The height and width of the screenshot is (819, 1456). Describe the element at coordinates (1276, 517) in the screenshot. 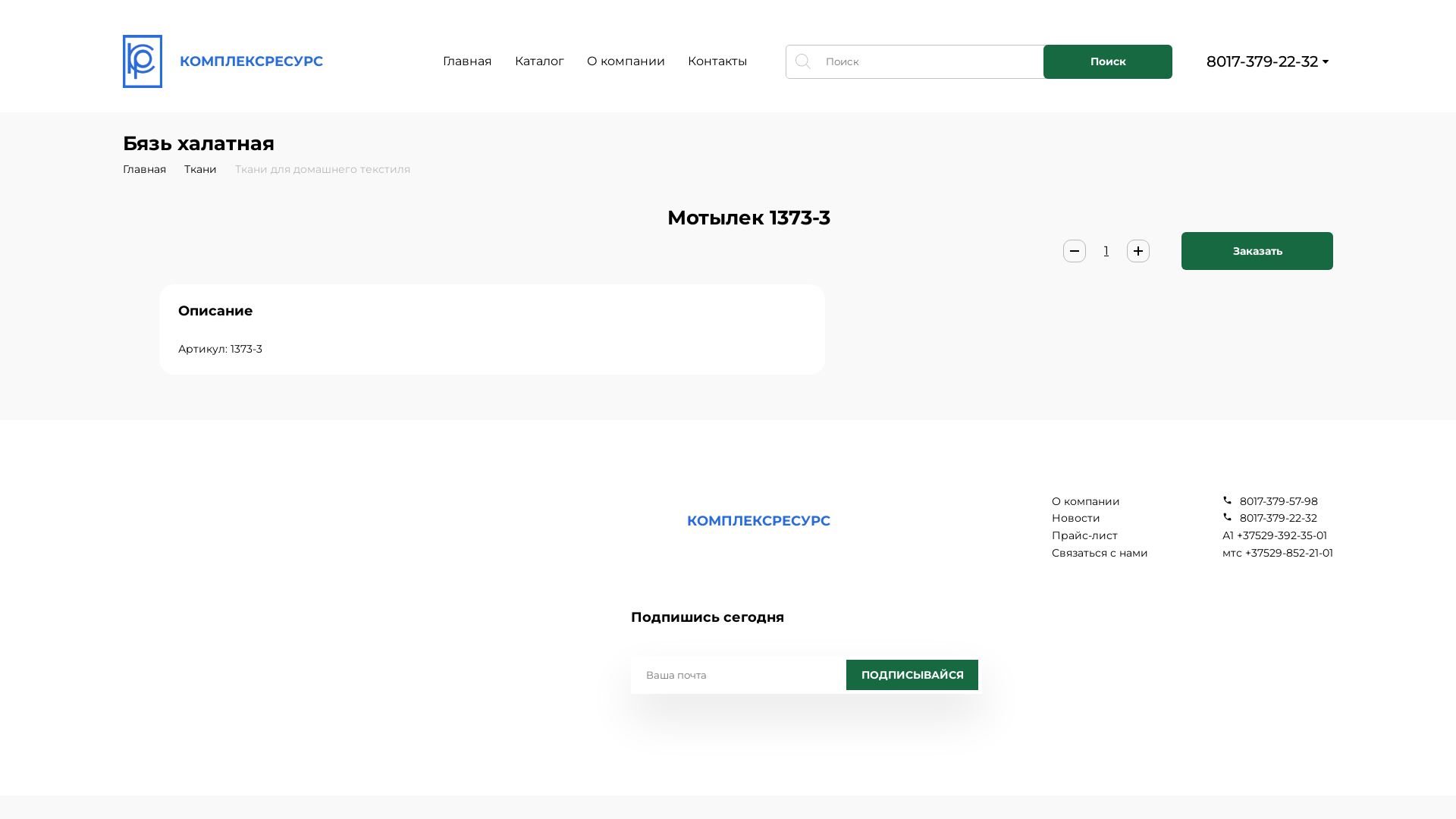

I see `'8017-379-22-32'` at that location.